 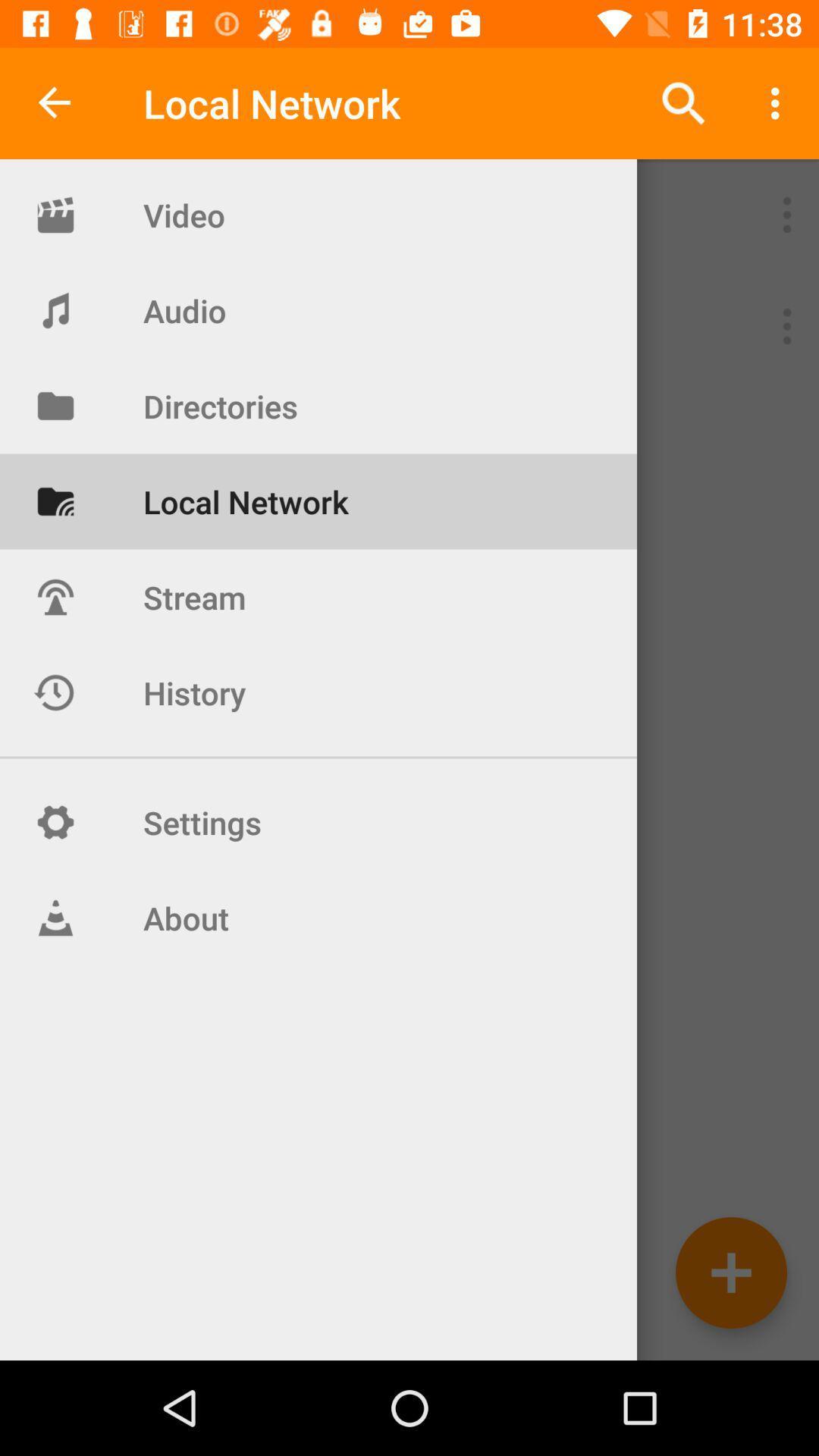 What do you see at coordinates (730, 1272) in the screenshot?
I see `go do add` at bounding box center [730, 1272].